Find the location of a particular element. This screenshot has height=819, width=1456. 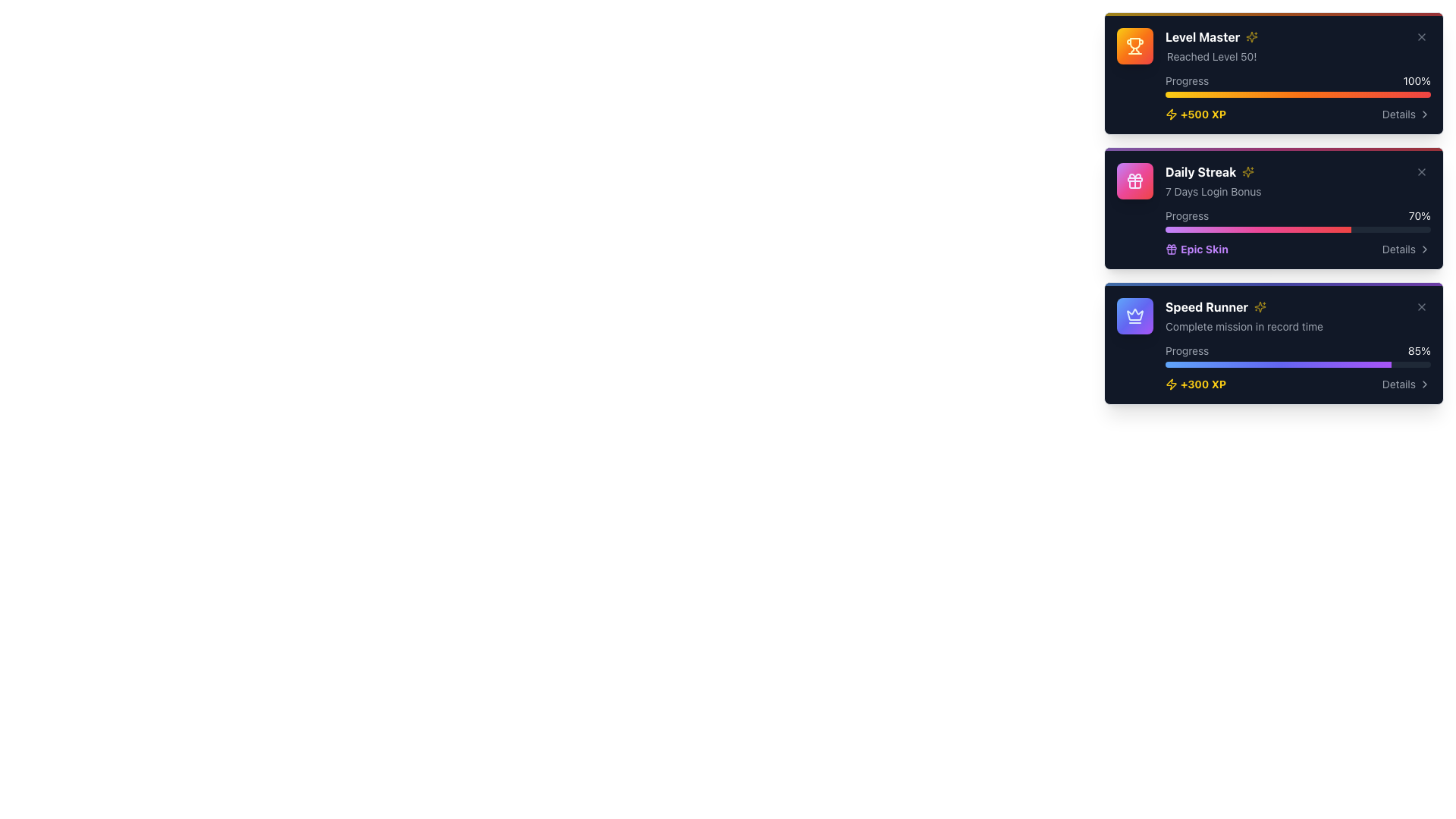

displayed value of the Label indicating the progress measurement for the 'Daily Streak' section, which shows 70% completion is located at coordinates (1419, 216).